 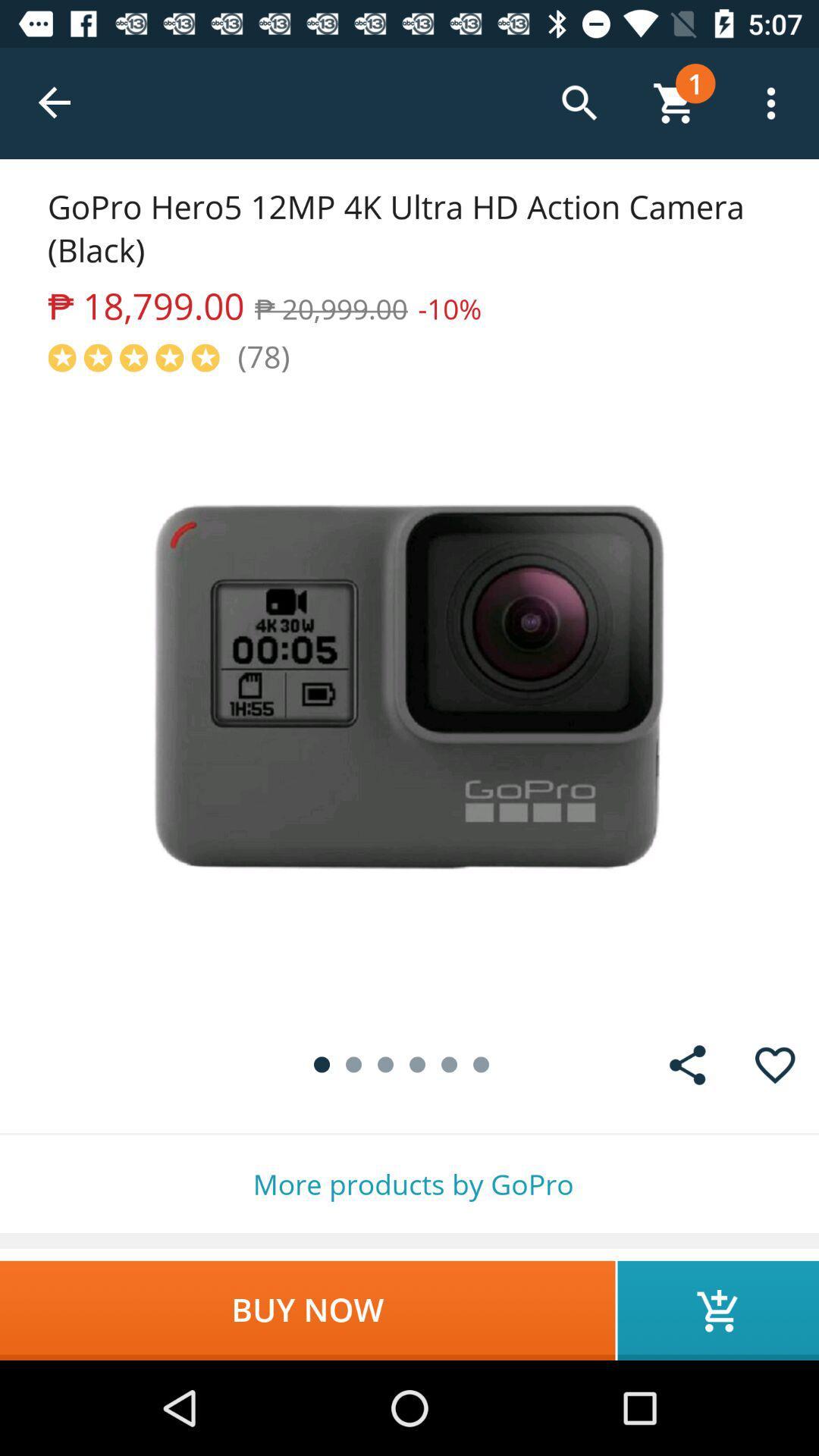 I want to click on share, so click(x=687, y=1064).